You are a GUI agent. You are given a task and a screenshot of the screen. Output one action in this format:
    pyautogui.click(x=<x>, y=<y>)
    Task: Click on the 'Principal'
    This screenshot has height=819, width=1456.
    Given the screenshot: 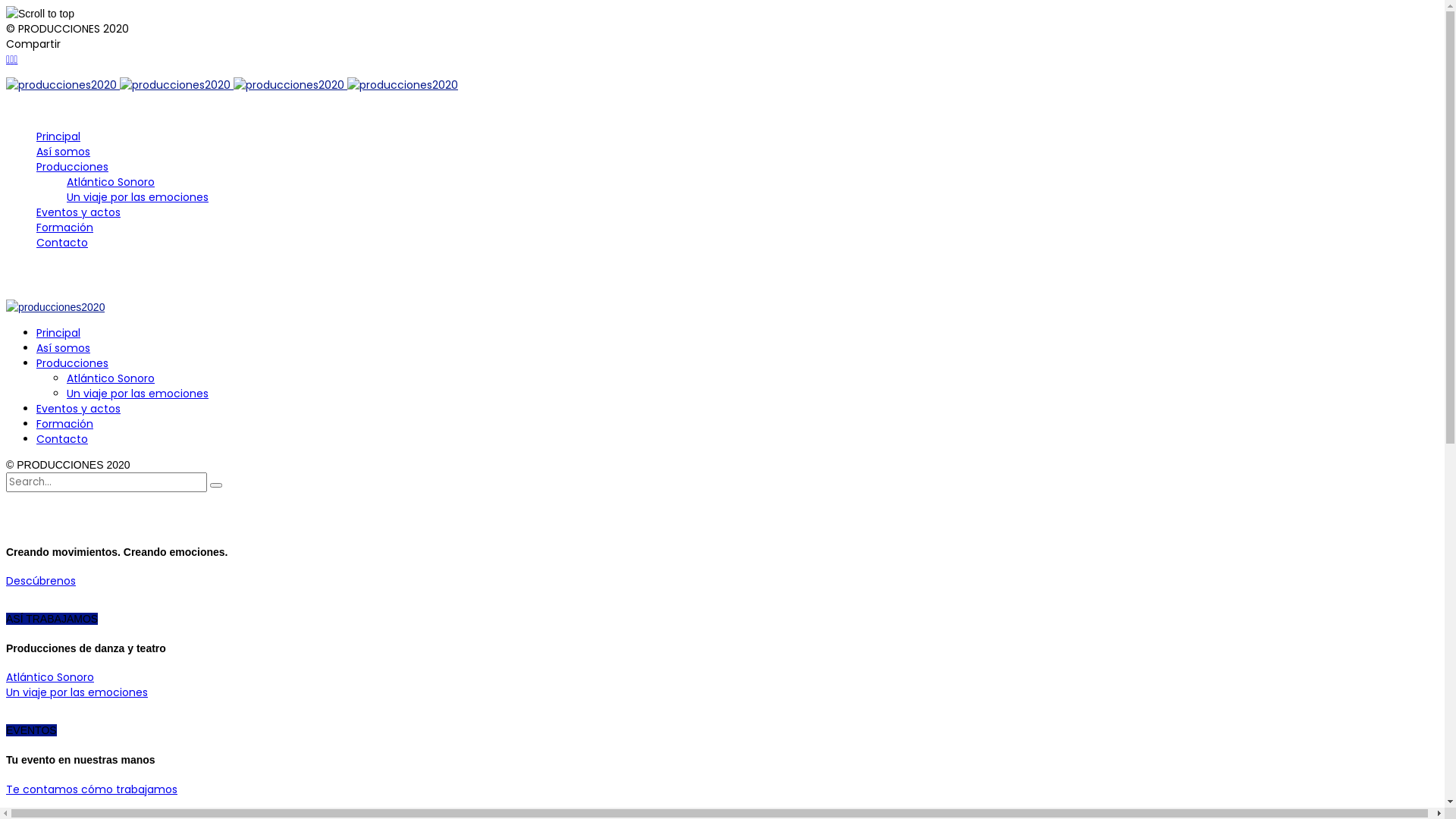 What is the action you would take?
    pyautogui.click(x=58, y=332)
    